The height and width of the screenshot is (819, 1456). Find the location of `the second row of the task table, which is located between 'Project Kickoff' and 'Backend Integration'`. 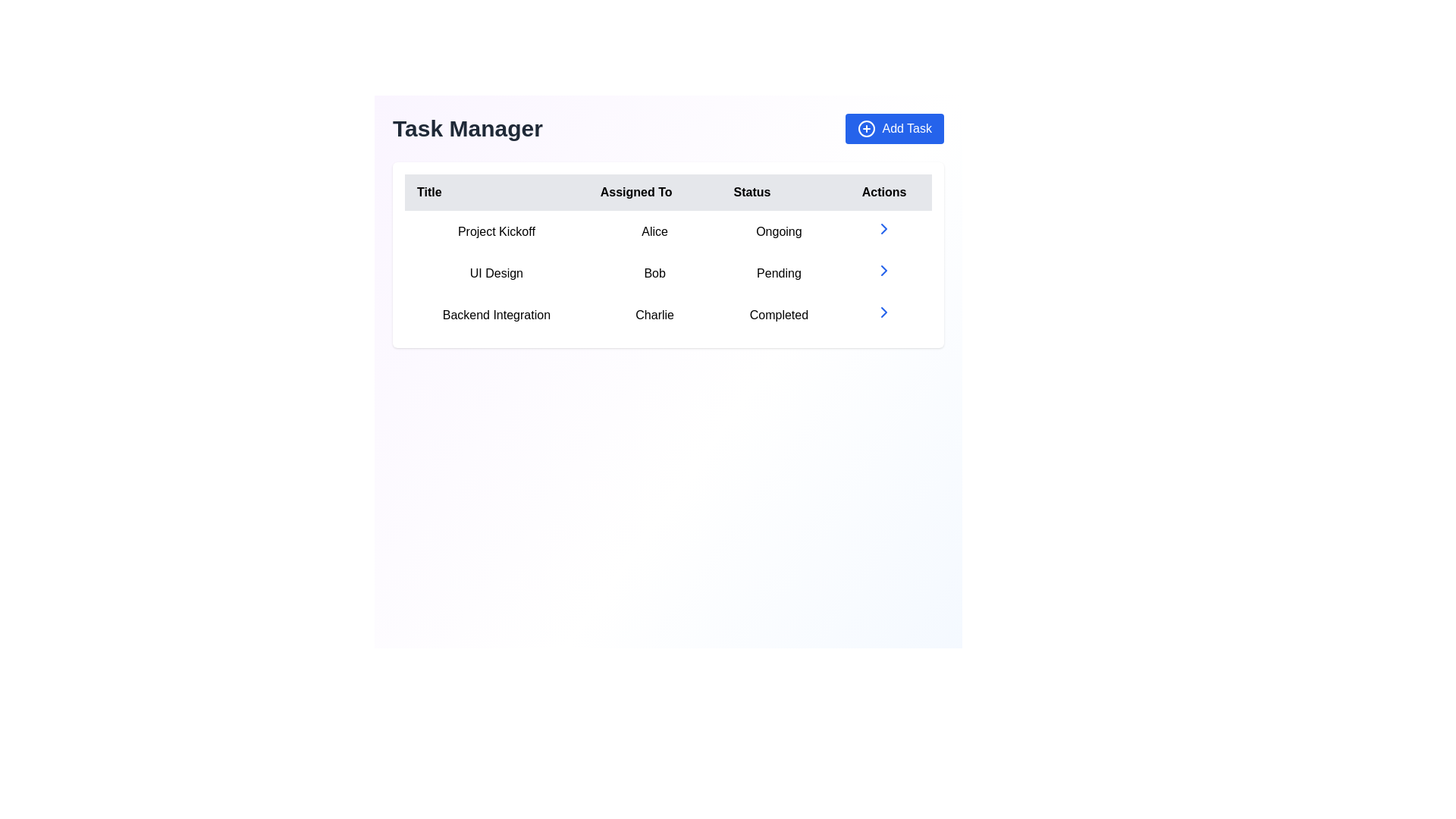

the second row of the task table, which is located between 'Project Kickoff' and 'Backend Integration' is located at coordinates (667, 273).